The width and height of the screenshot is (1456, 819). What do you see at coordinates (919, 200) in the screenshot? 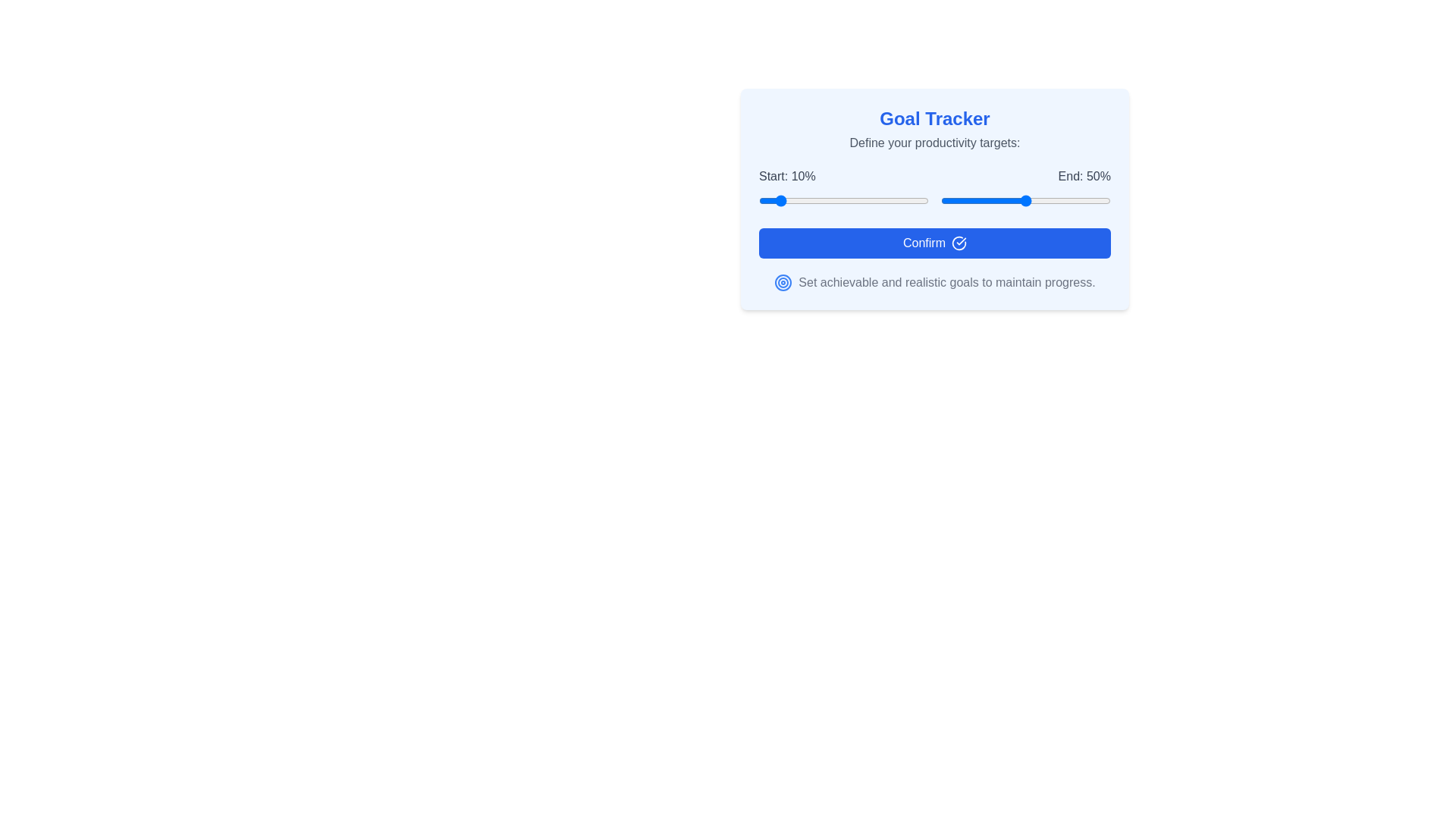
I see `the slider value` at bounding box center [919, 200].